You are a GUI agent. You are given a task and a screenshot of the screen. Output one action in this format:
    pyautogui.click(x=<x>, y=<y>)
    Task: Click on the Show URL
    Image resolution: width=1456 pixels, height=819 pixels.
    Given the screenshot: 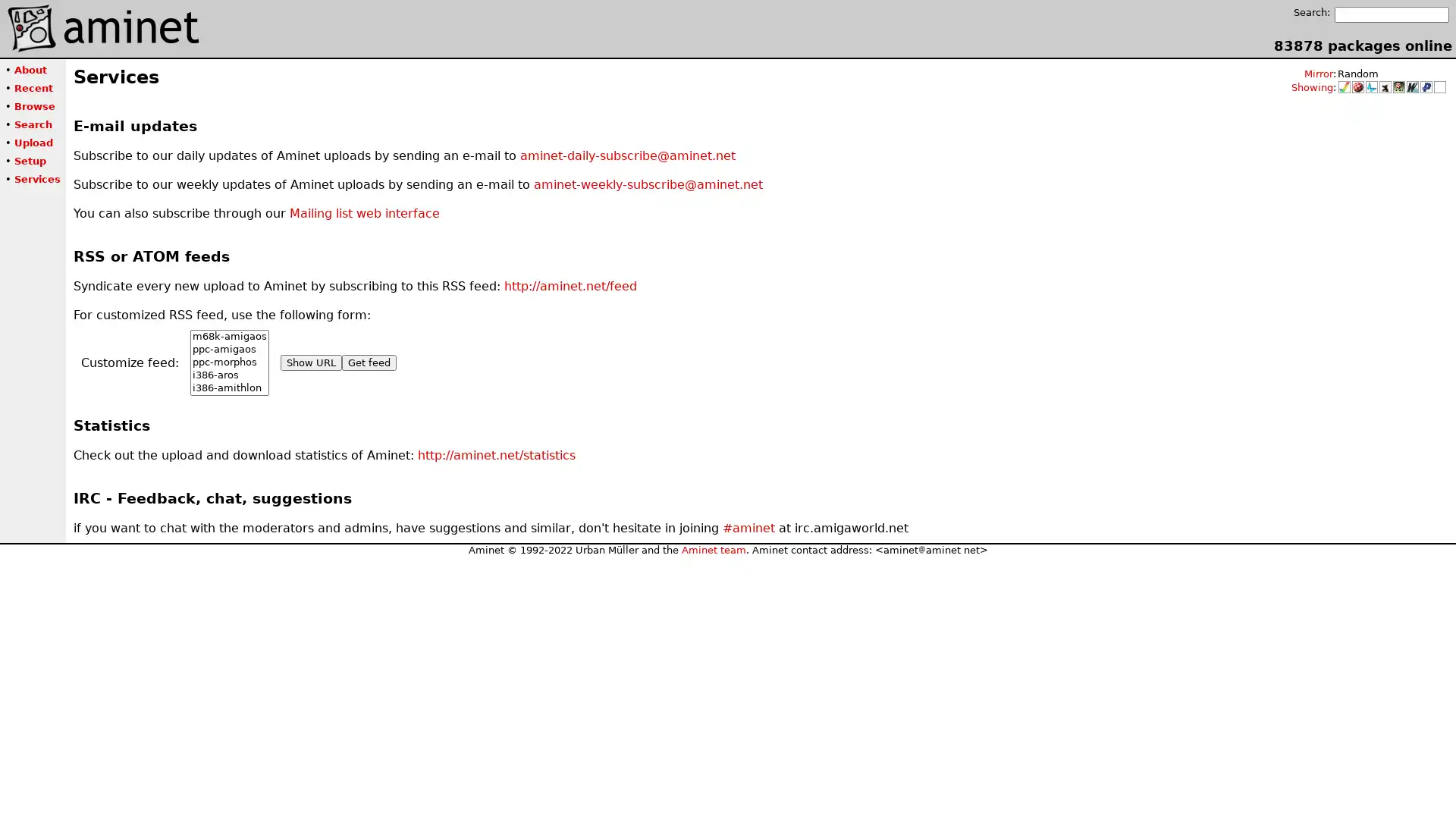 What is the action you would take?
    pyautogui.click(x=310, y=362)
    